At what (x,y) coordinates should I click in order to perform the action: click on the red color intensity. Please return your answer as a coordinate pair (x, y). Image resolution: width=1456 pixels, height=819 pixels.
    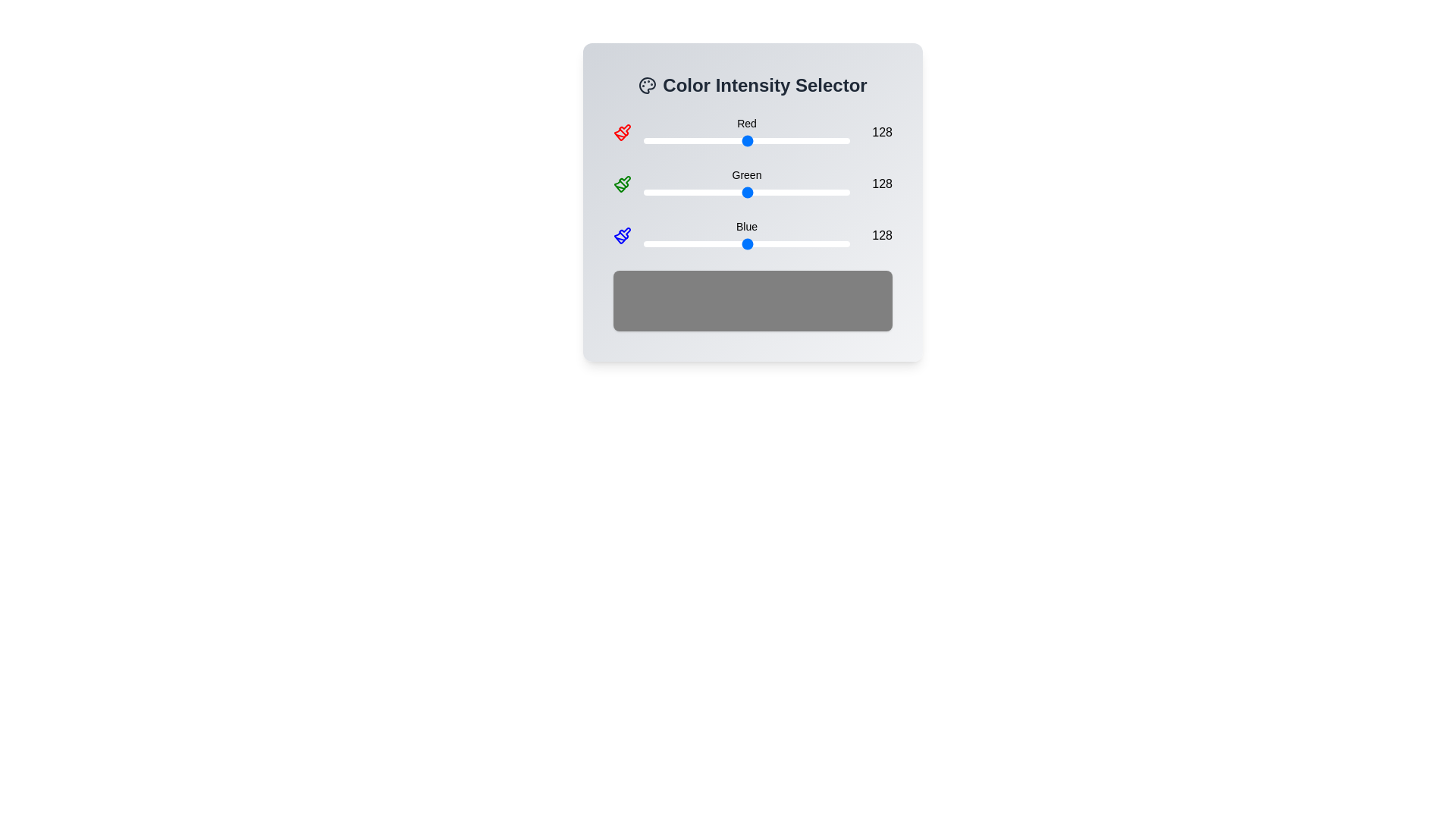
    Looking at the image, I should click on (788, 140).